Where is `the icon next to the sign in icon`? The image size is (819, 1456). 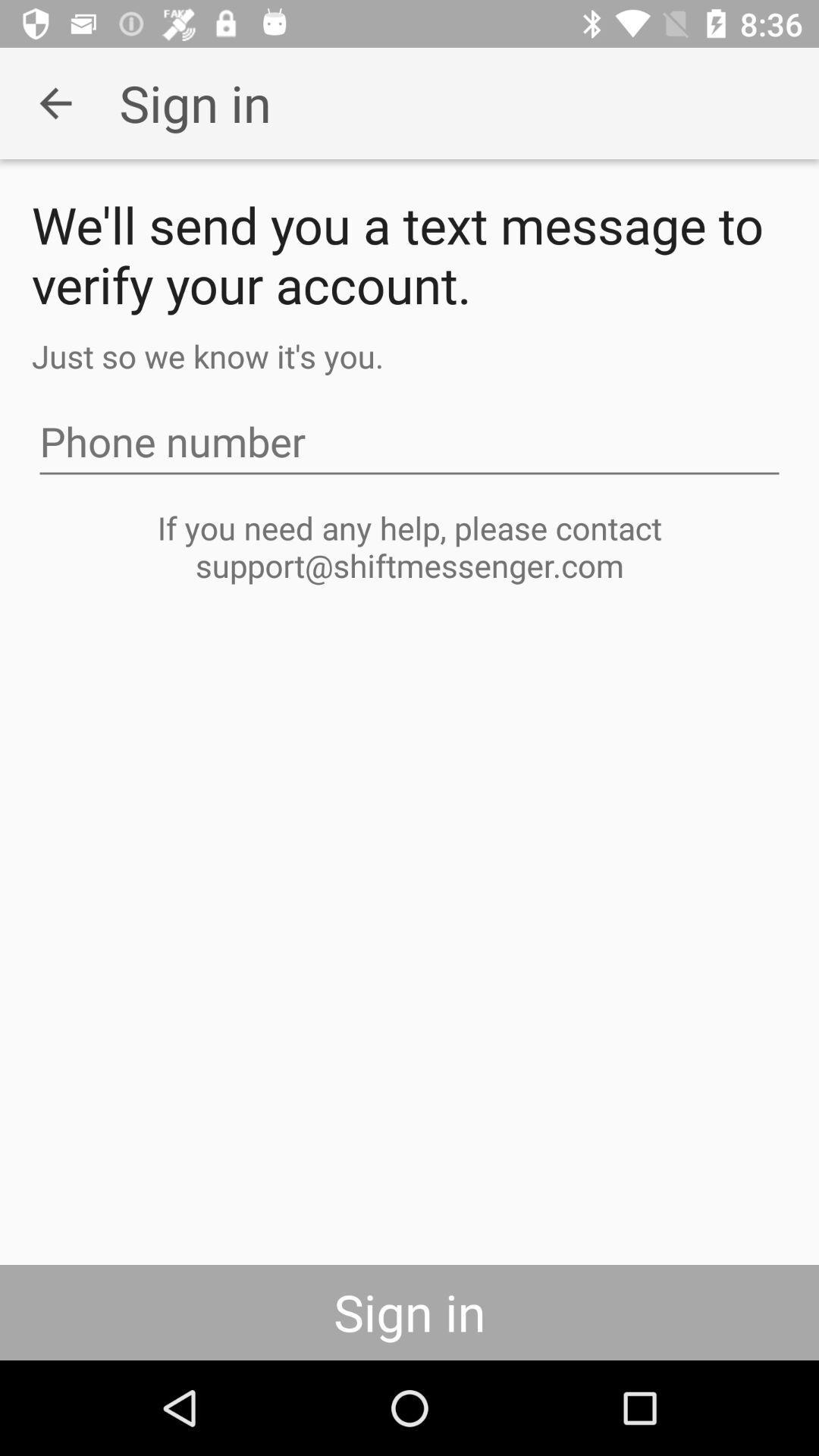 the icon next to the sign in icon is located at coordinates (55, 102).